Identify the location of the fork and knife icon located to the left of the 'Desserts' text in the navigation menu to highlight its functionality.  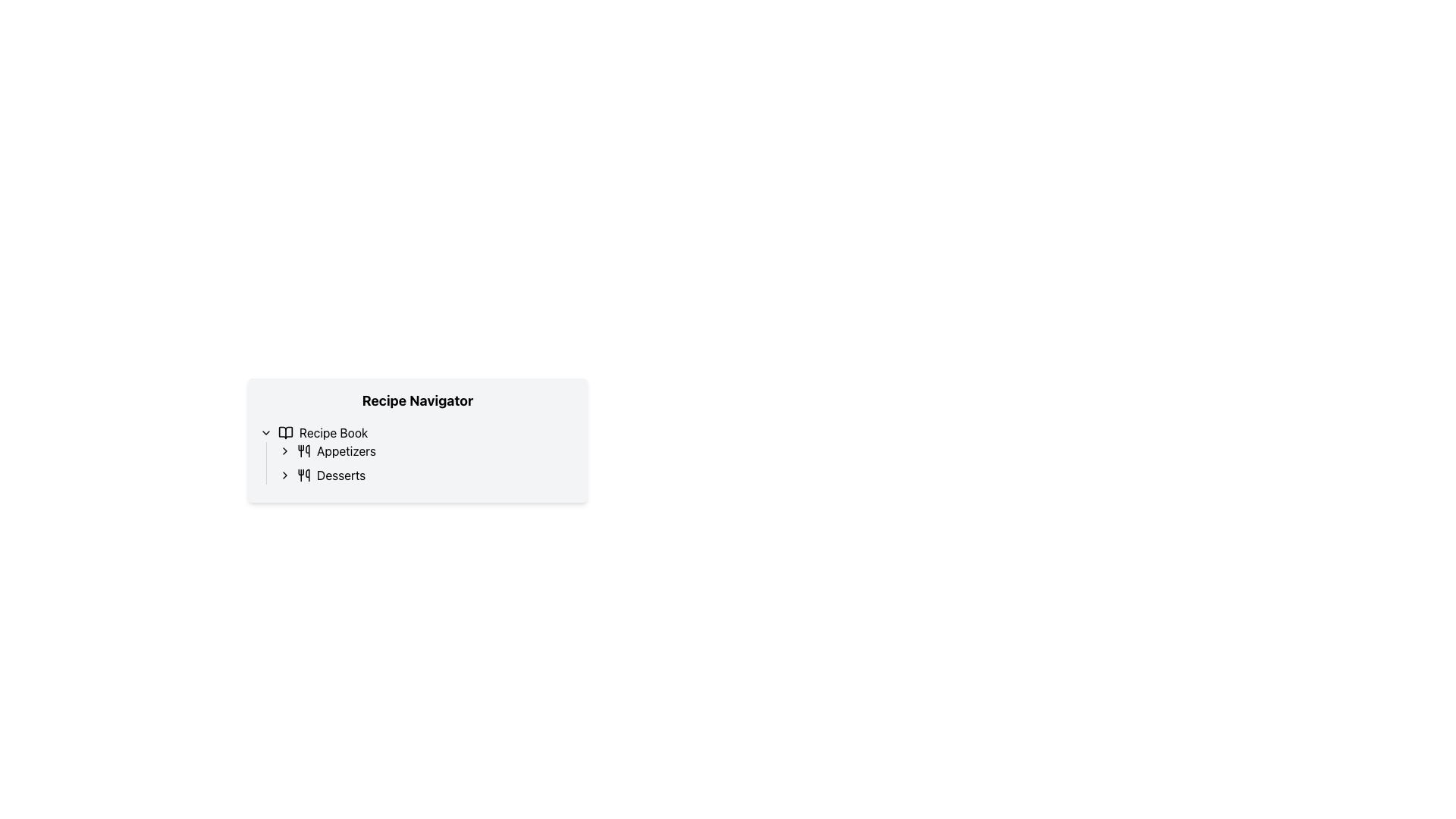
(303, 475).